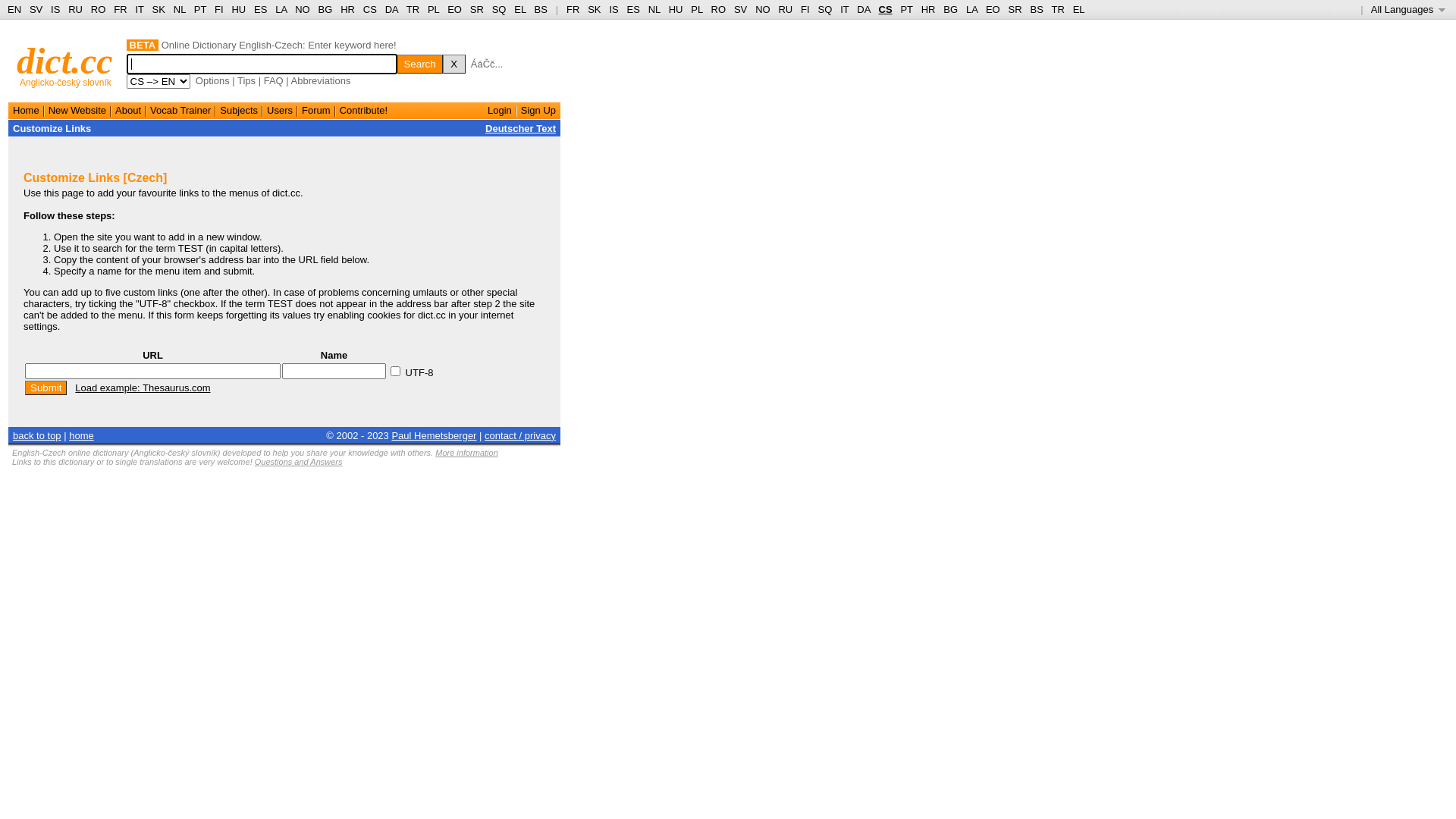 This screenshot has height=819, width=1456. What do you see at coordinates (499, 9) in the screenshot?
I see `'SQ'` at bounding box center [499, 9].